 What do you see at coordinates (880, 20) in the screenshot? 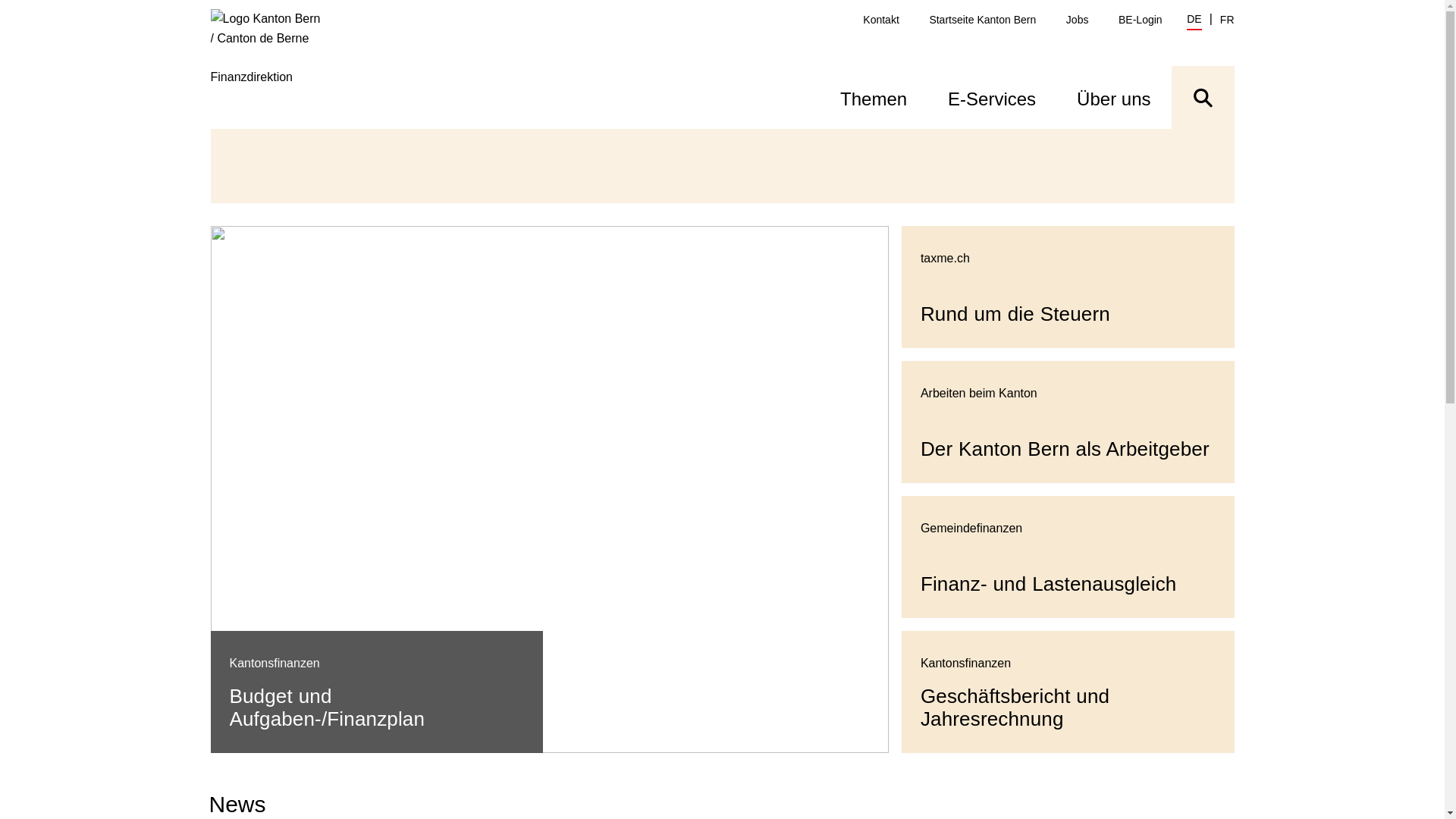
I see `'Kontakt'` at bounding box center [880, 20].